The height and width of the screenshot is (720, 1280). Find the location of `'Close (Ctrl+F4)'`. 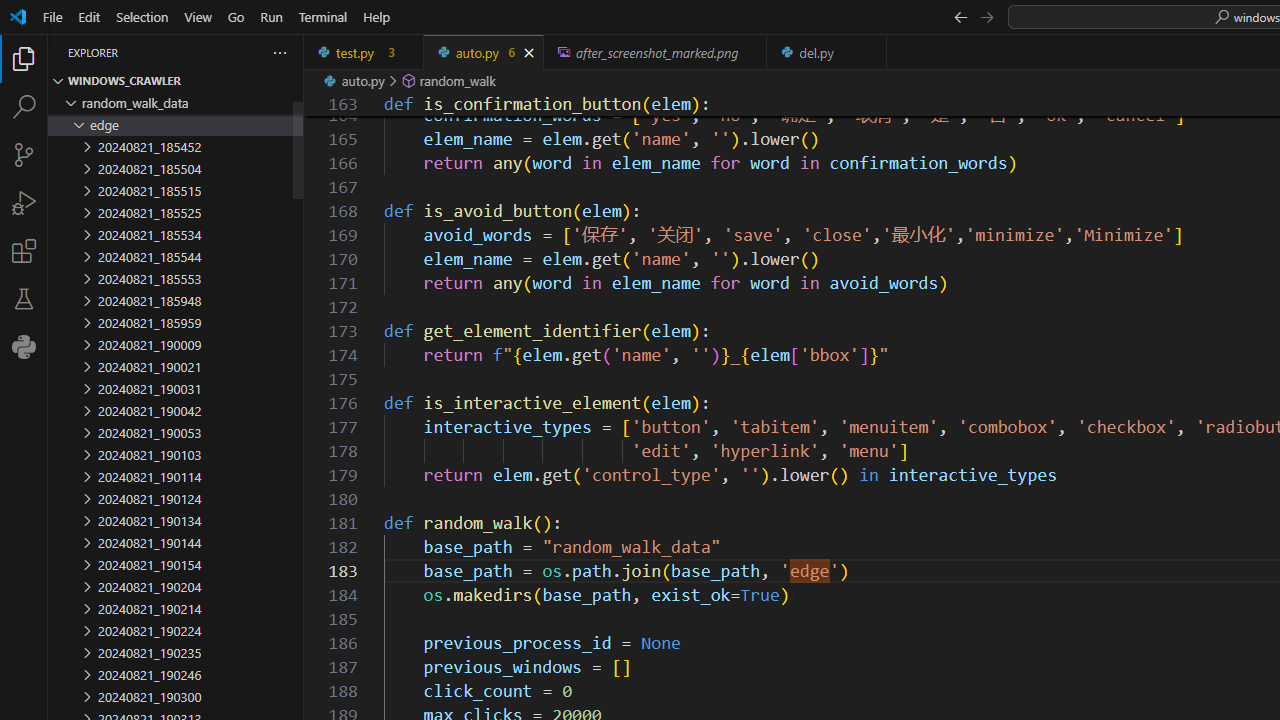

'Close (Ctrl+F4)' is located at coordinates (872, 51).